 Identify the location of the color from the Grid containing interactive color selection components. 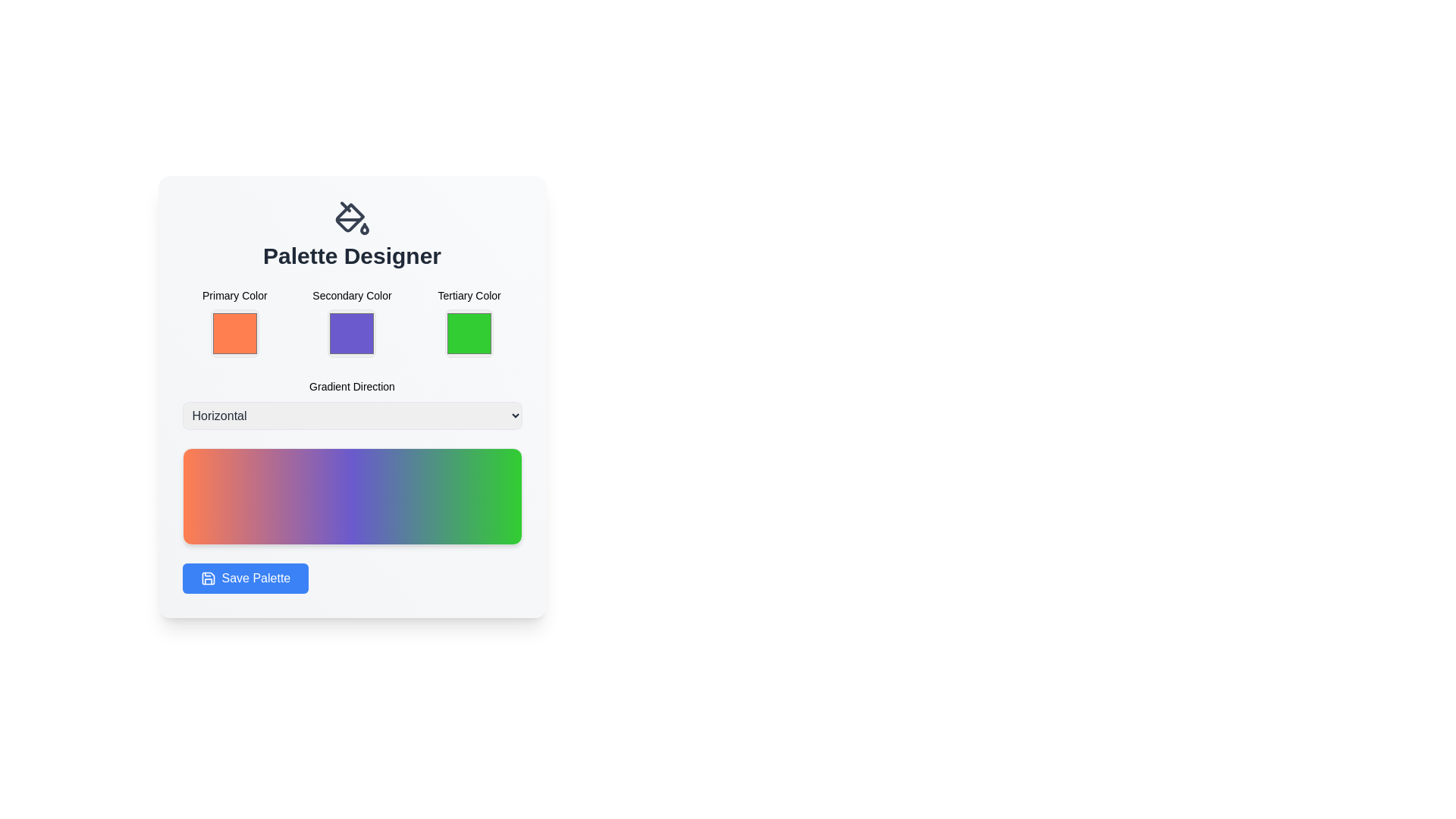
(351, 323).